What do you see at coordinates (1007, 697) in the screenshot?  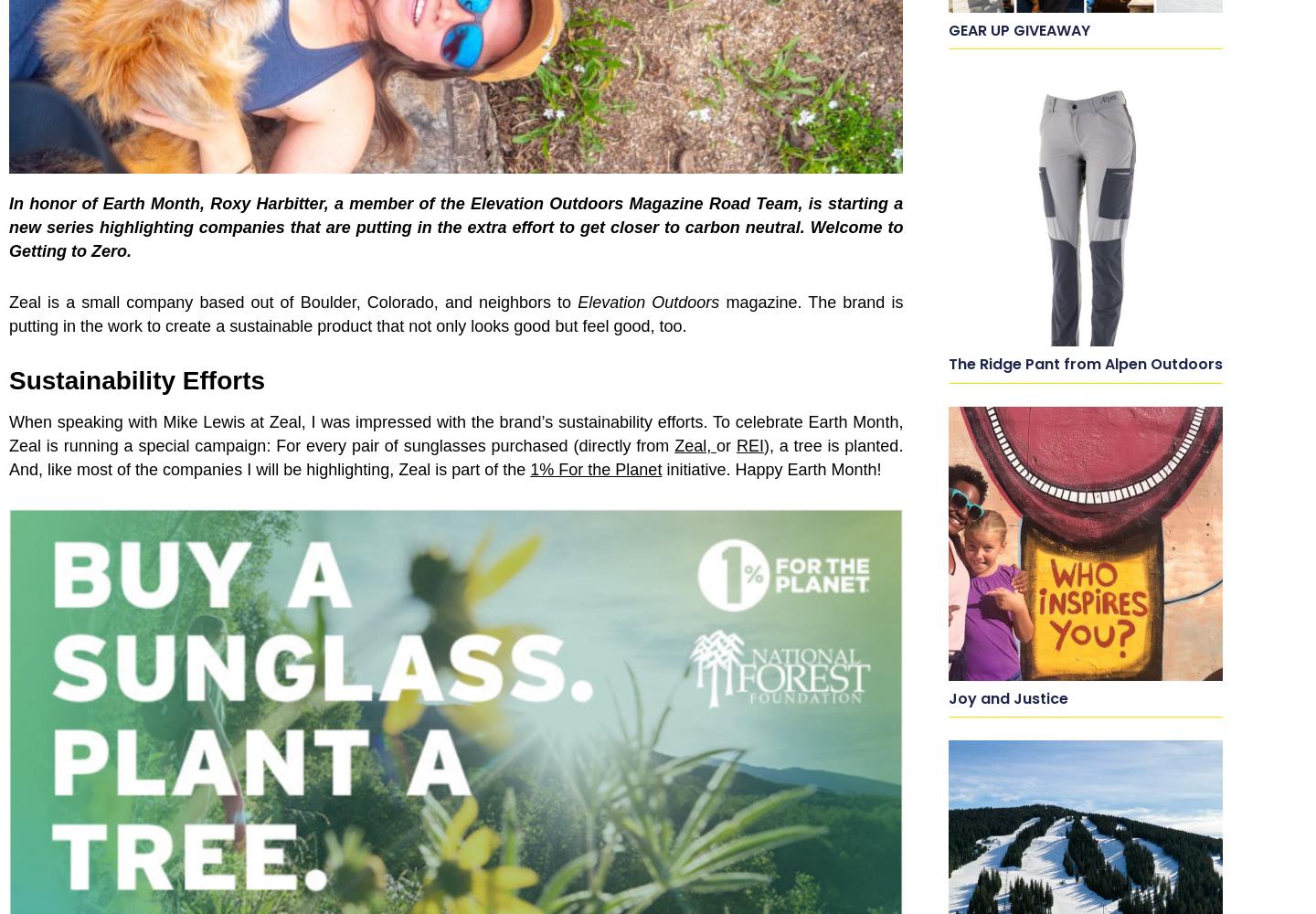 I see `'Joy and Justice'` at bounding box center [1007, 697].